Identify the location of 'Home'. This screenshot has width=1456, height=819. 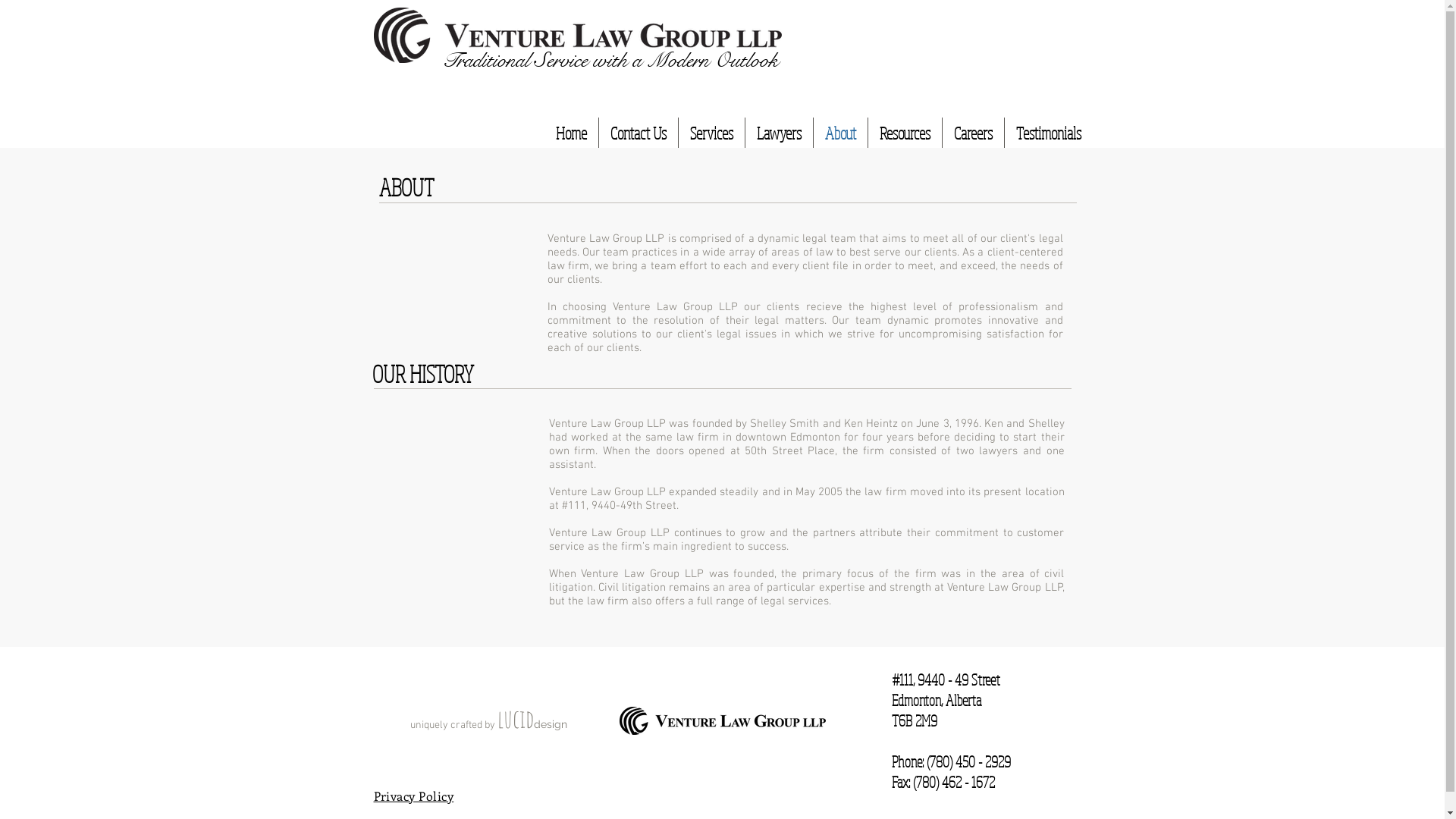
(570, 131).